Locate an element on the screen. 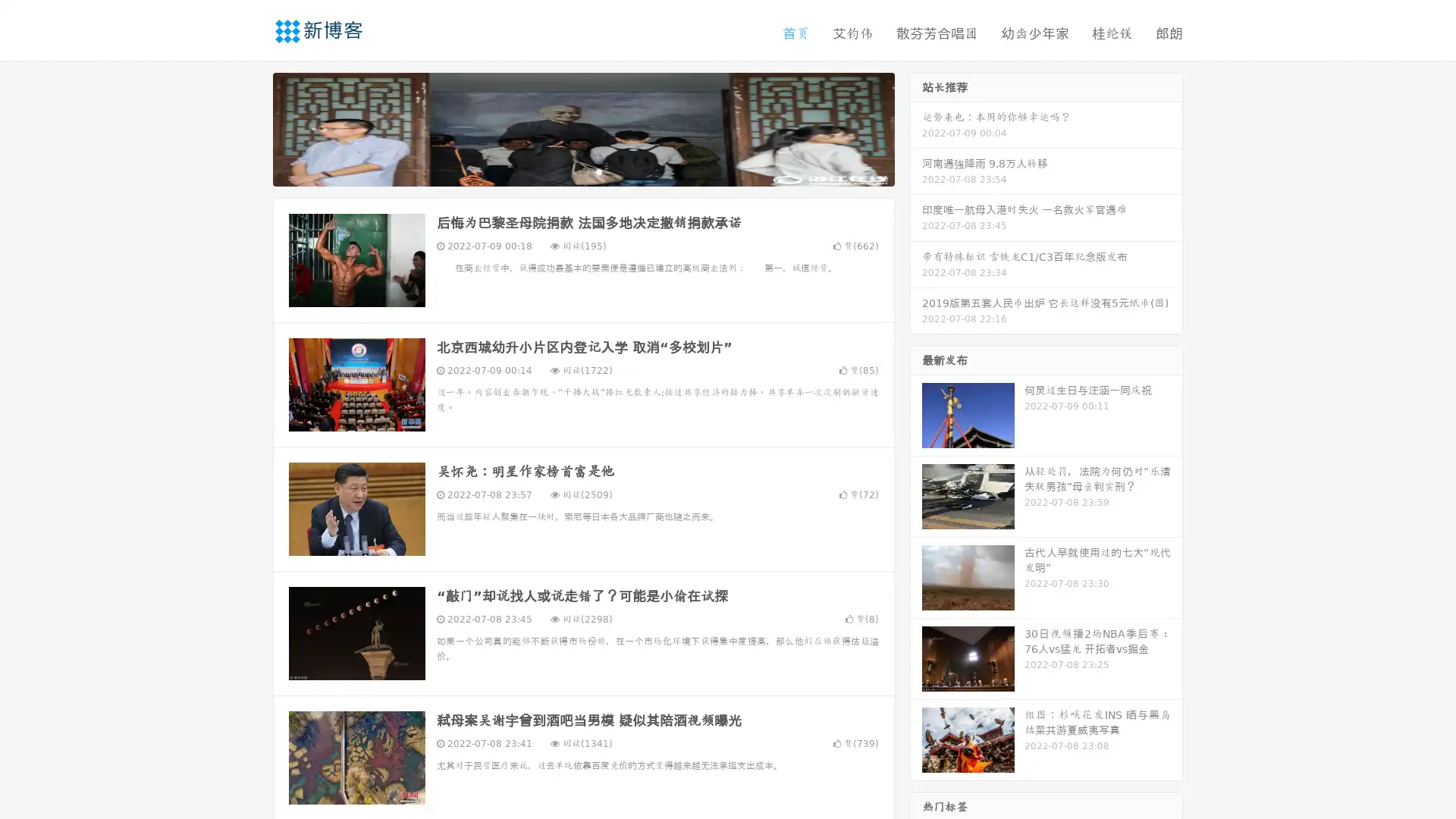  Go to slide 3 is located at coordinates (598, 171).